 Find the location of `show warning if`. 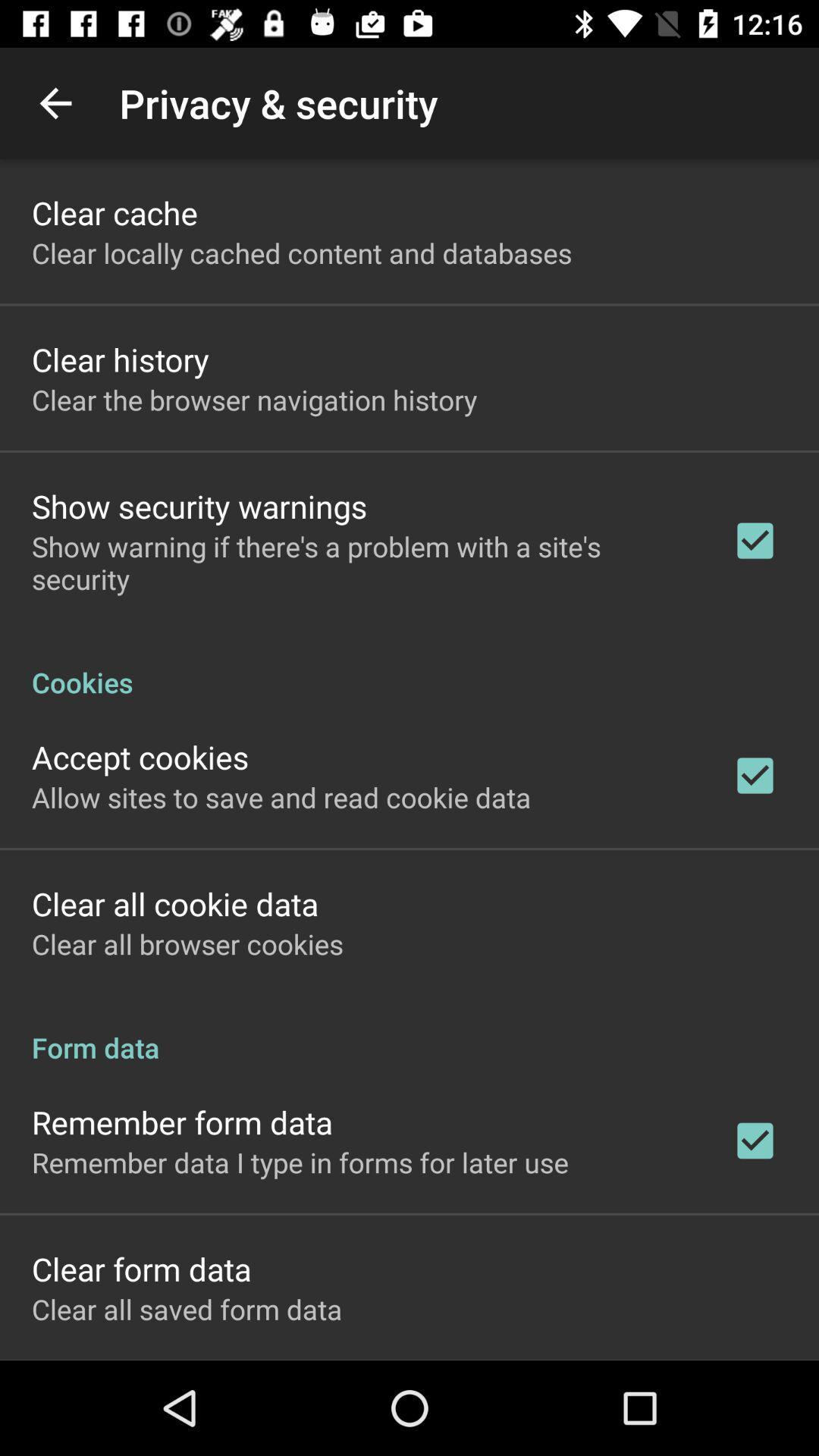

show warning if is located at coordinates (362, 562).